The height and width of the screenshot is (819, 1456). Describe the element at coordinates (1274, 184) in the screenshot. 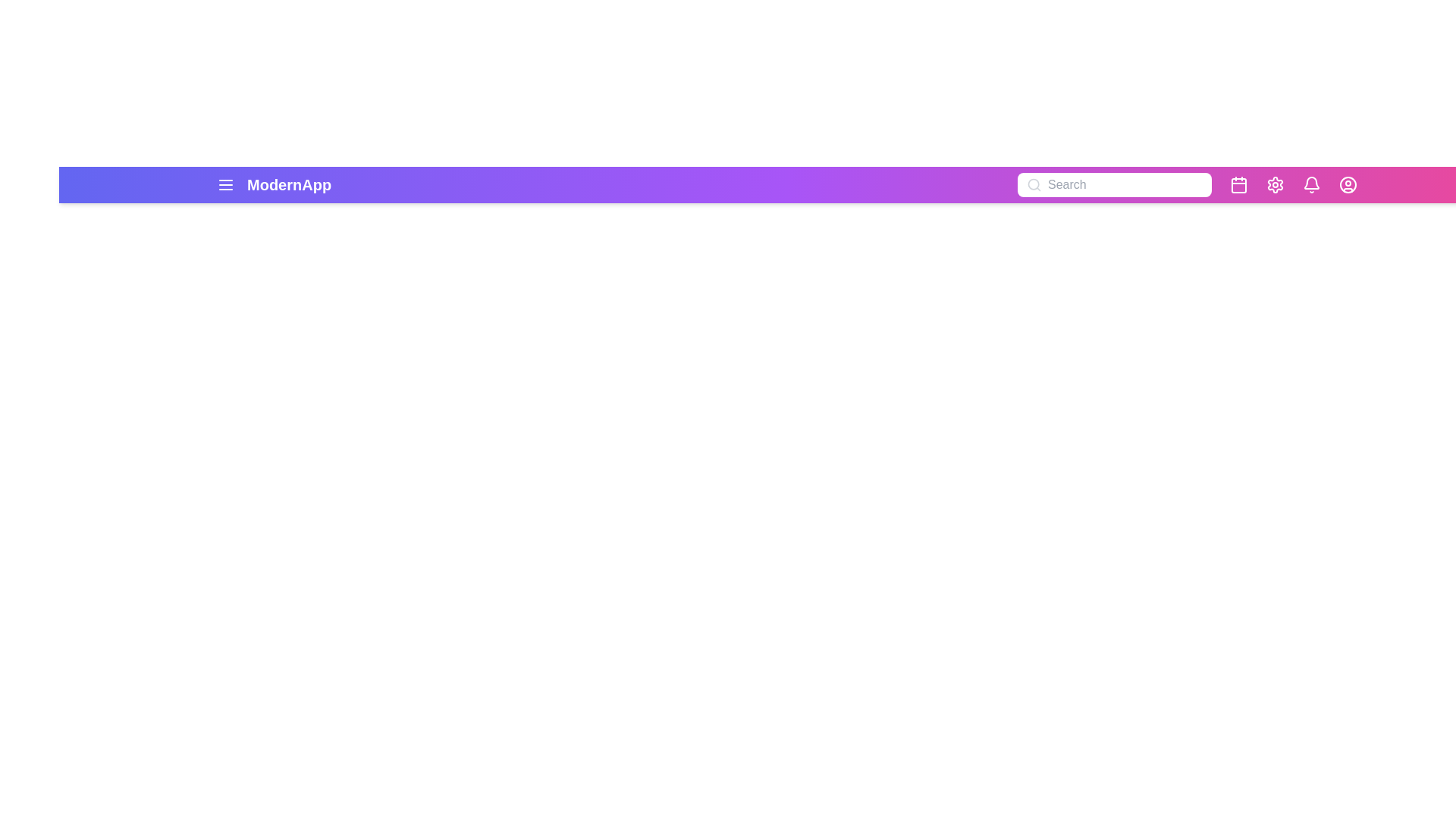

I see `the Settings cogwheel icon located in the top navigation bar to explore settings-related features` at that location.